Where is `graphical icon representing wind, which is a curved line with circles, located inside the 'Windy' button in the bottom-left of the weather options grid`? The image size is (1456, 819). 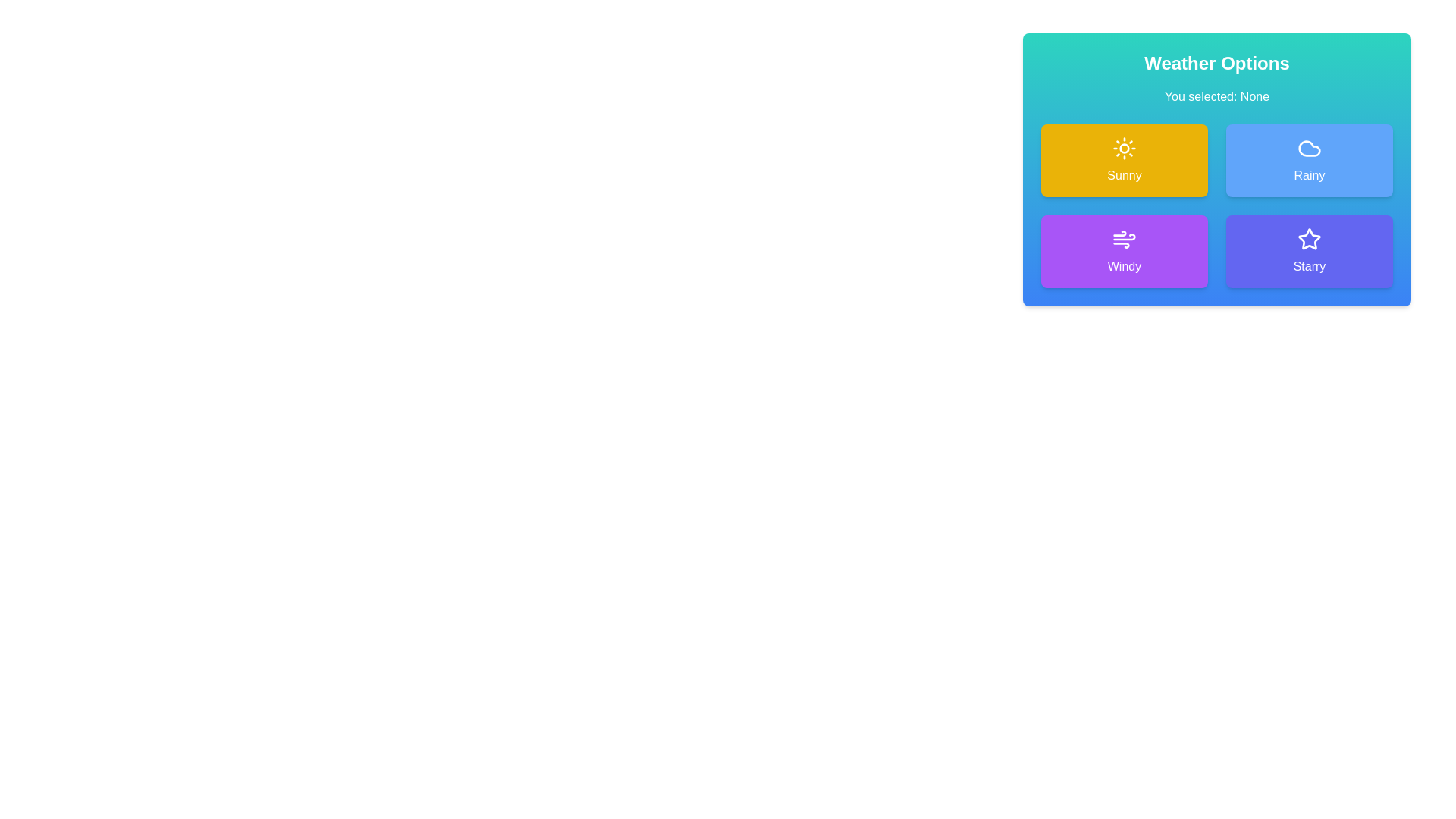
graphical icon representing wind, which is a curved line with circles, located inside the 'Windy' button in the bottom-left of the weather options grid is located at coordinates (1125, 237).